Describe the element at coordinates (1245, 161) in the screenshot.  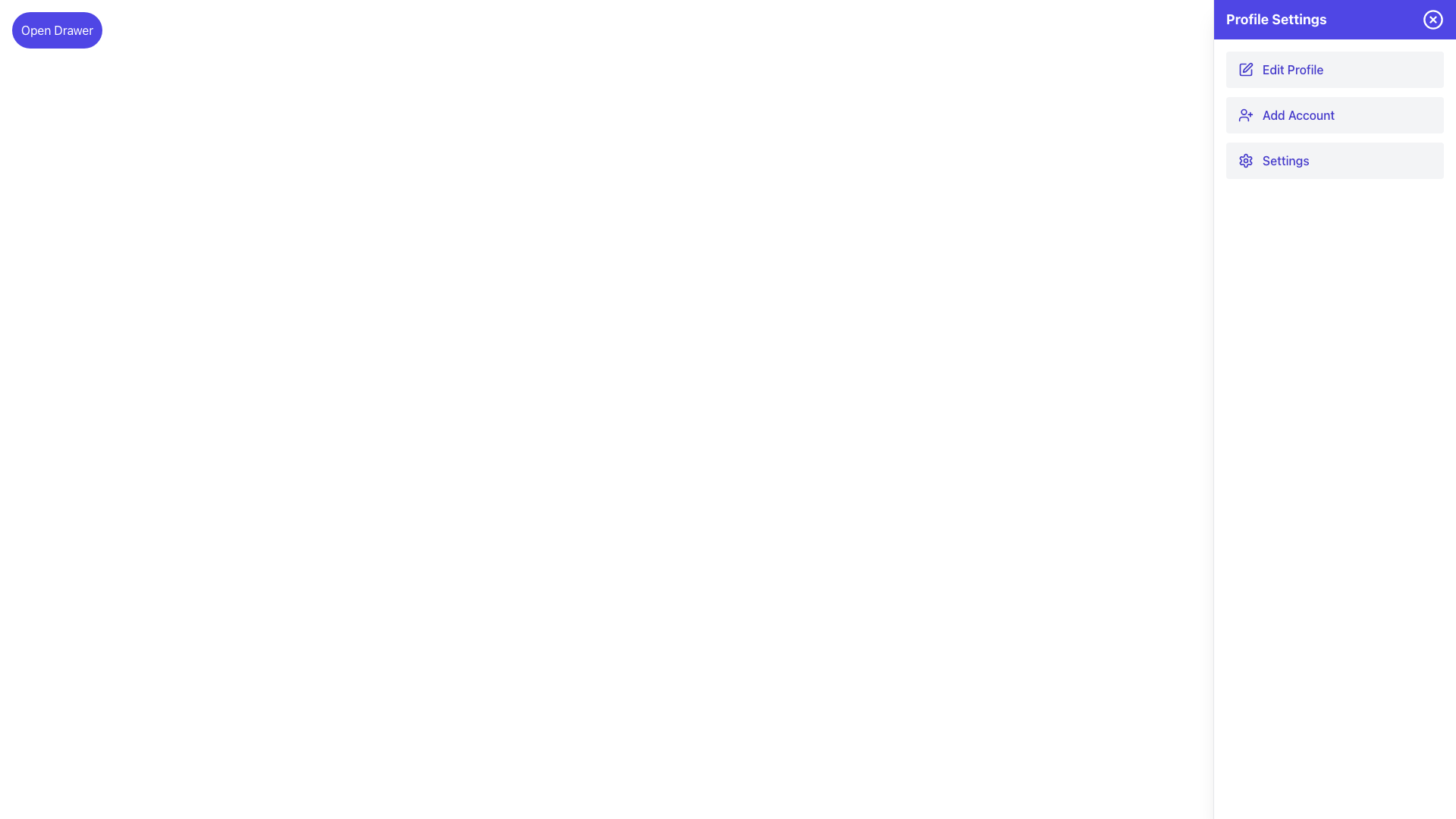
I see `the gear icon indicating settings, located beside the 'Settings' text in the 'Profile Settings' panel` at that location.